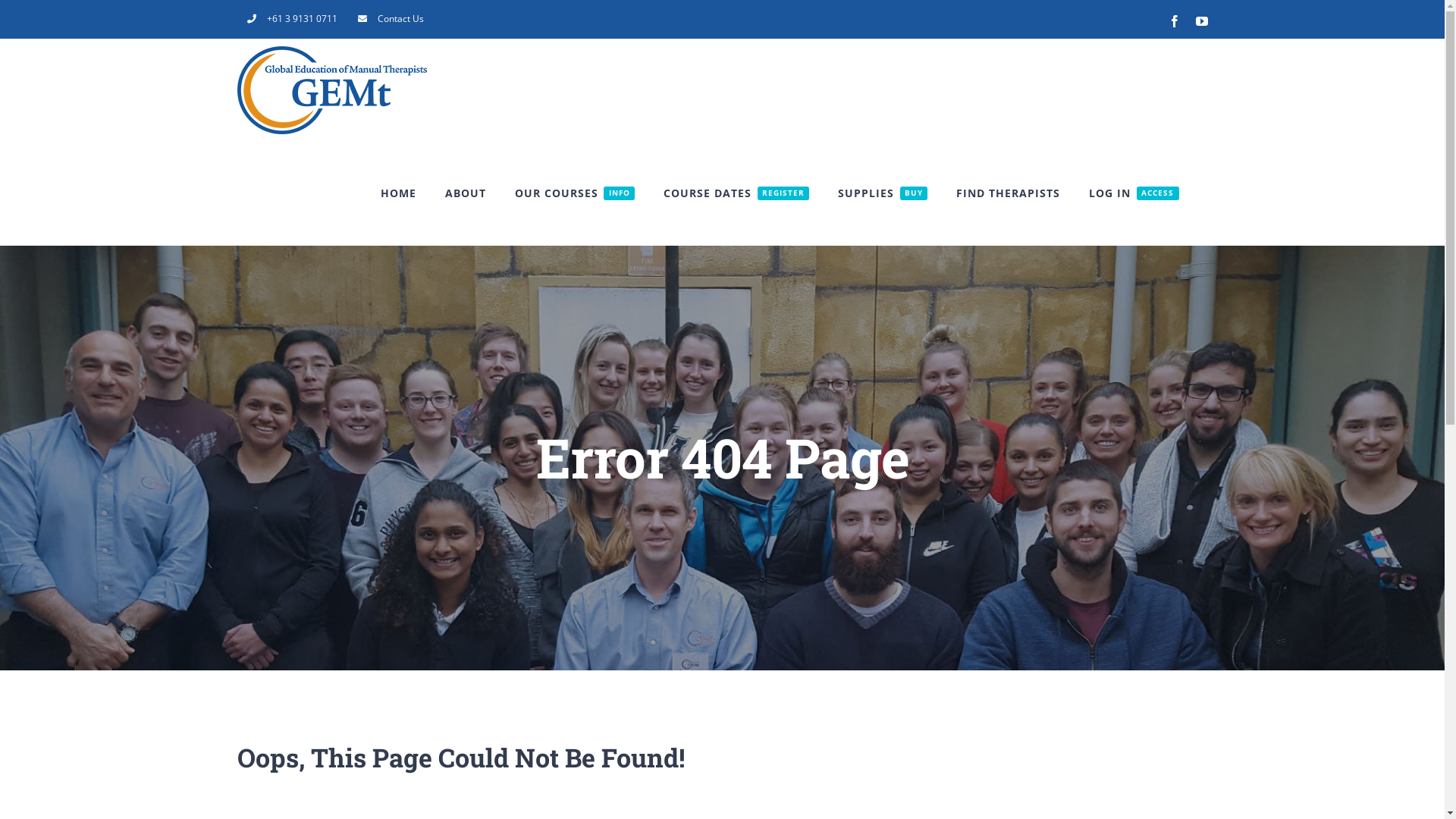 This screenshot has width=1456, height=819. What do you see at coordinates (514, 192) in the screenshot?
I see `'OUR COURSES` at bounding box center [514, 192].